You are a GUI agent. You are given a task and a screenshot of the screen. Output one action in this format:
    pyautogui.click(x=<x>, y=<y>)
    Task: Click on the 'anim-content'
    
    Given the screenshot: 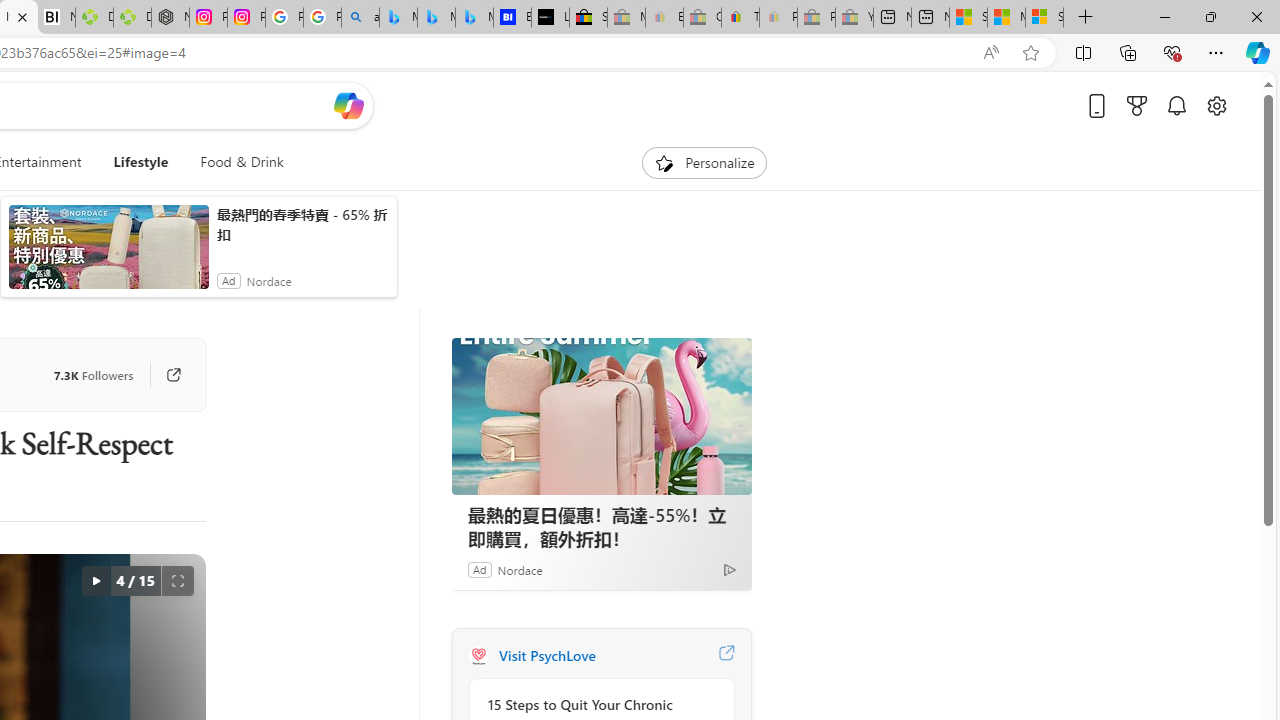 What is the action you would take?
    pyautogui.click(x=107, y=254)
    